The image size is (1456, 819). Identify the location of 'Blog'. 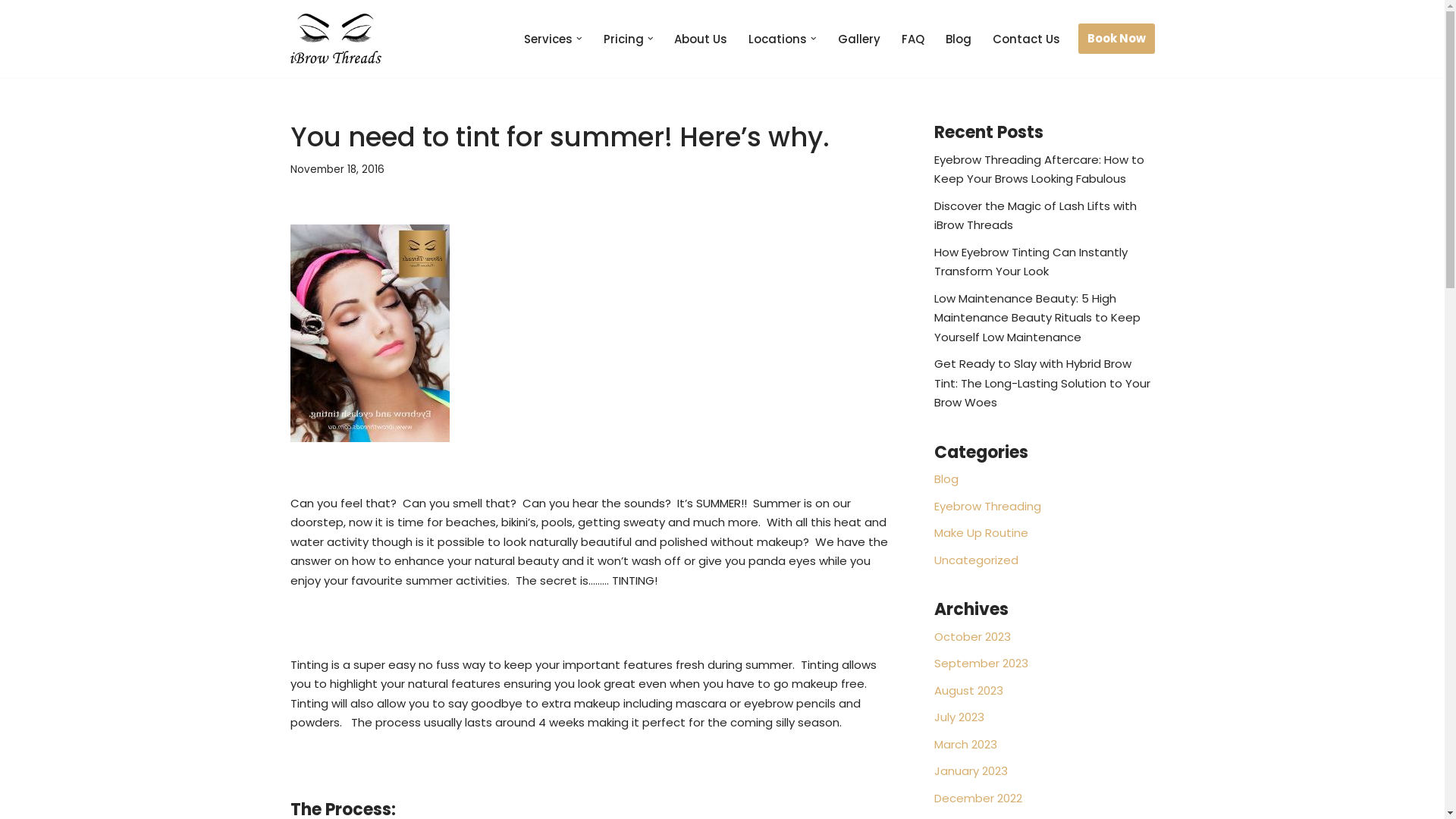
(956, 38).